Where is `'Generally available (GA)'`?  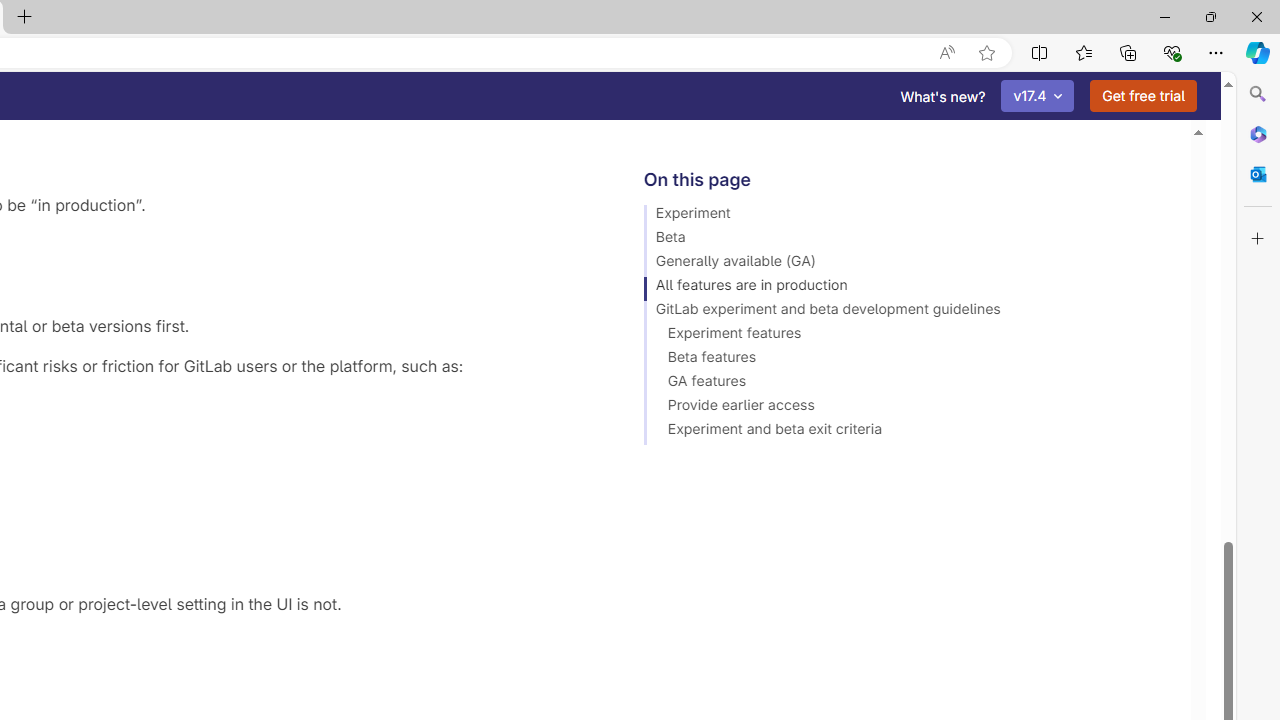
'Generally available (GA)' is located at coordinates (907, 263).